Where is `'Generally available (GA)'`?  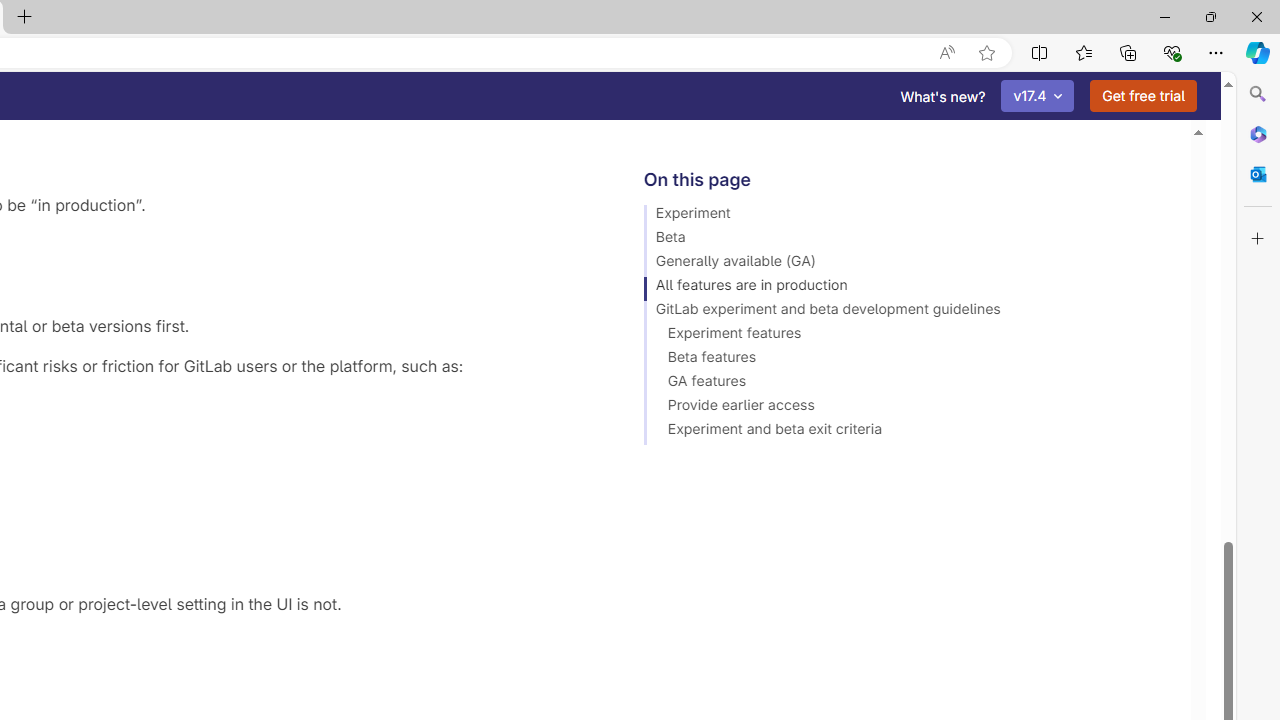
'Generally available (GA)' is located at coordinates (907, 263).